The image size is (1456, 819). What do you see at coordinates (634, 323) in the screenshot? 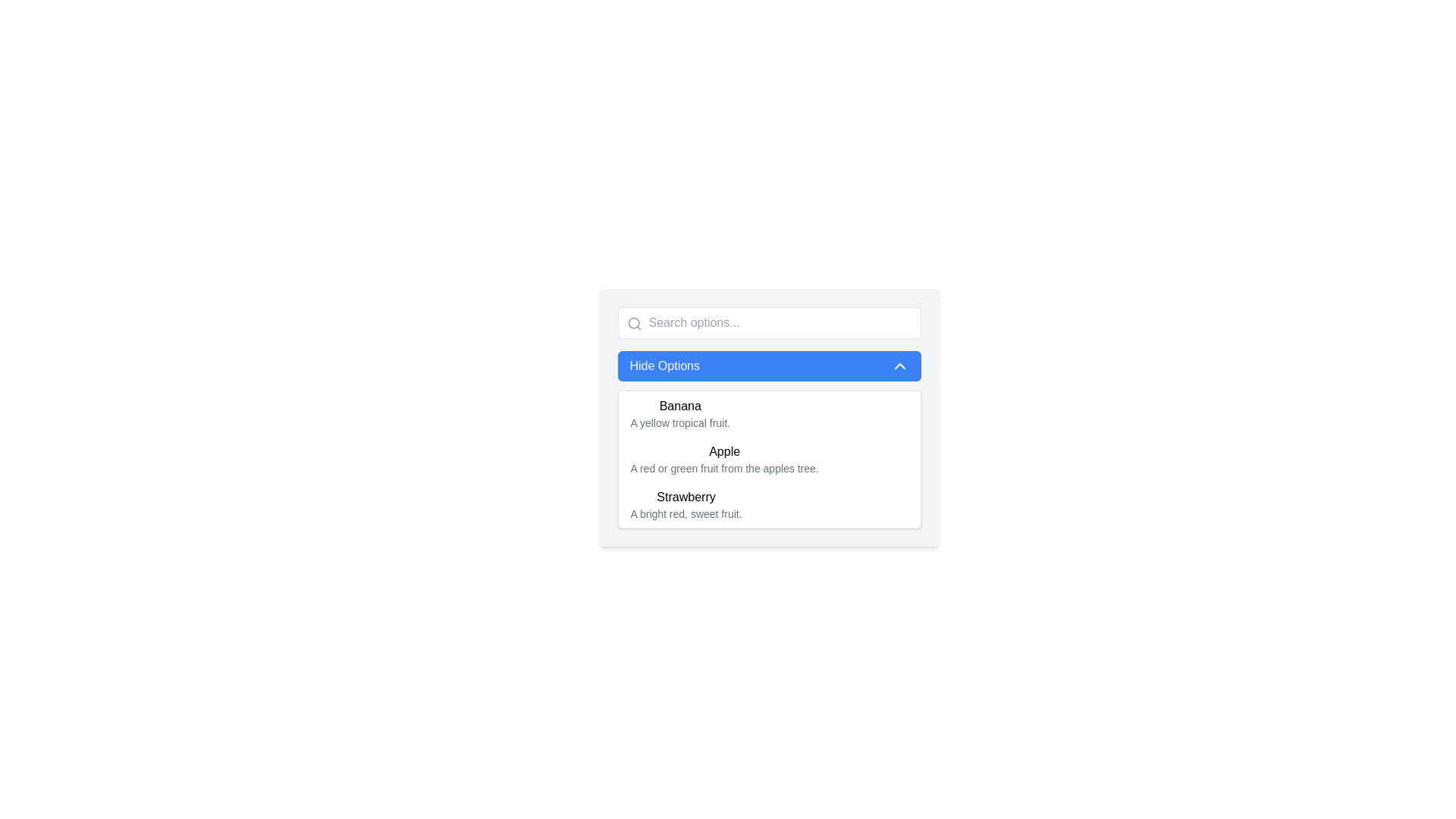
I see `the search icon located at the top-left corner inside the text input field, which serves as a visual indicator for the search functionality` at bounding box center [634, 323].